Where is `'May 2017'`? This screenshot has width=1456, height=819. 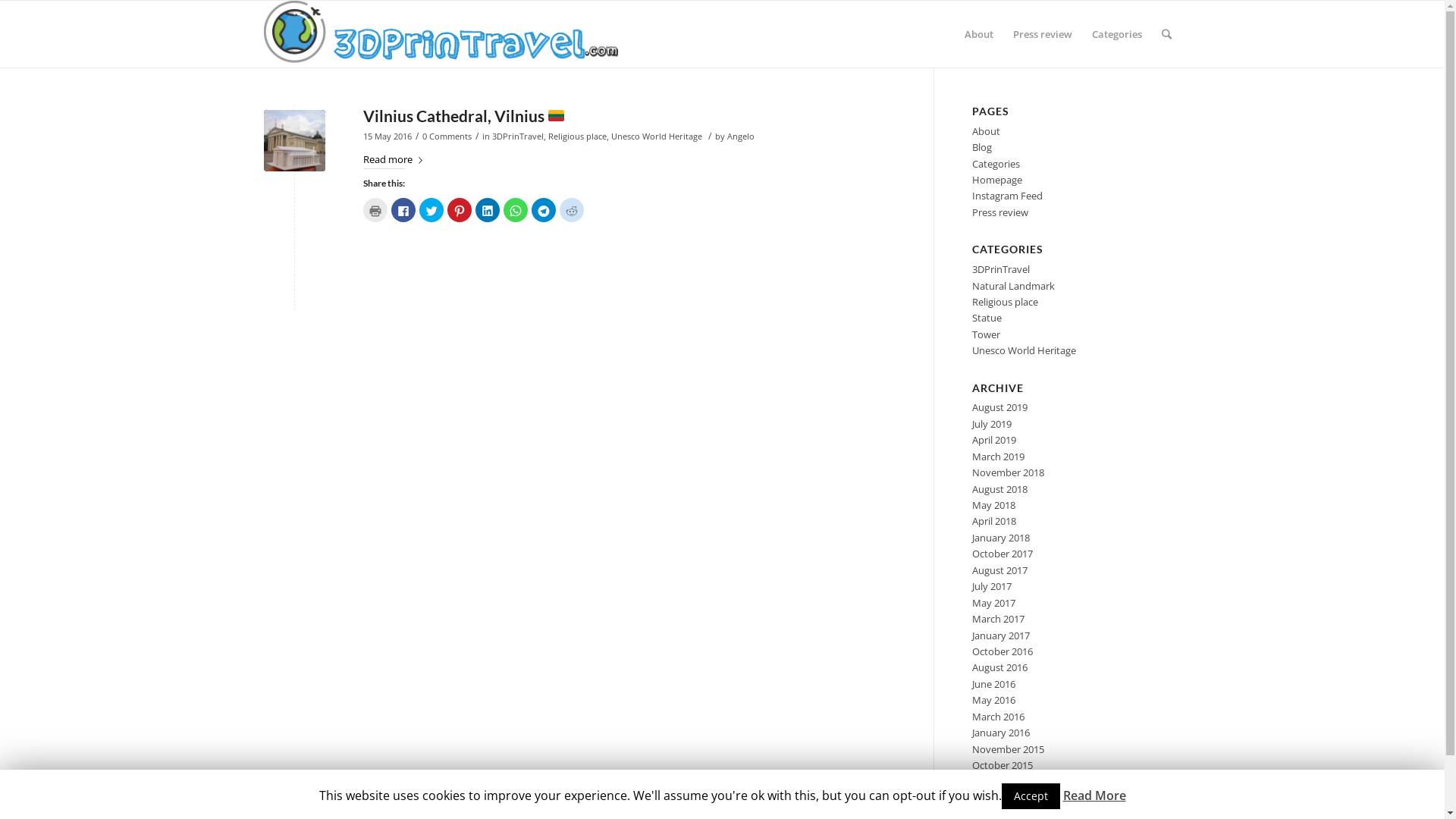 'May 2017' is located at coordinates (971, 601).